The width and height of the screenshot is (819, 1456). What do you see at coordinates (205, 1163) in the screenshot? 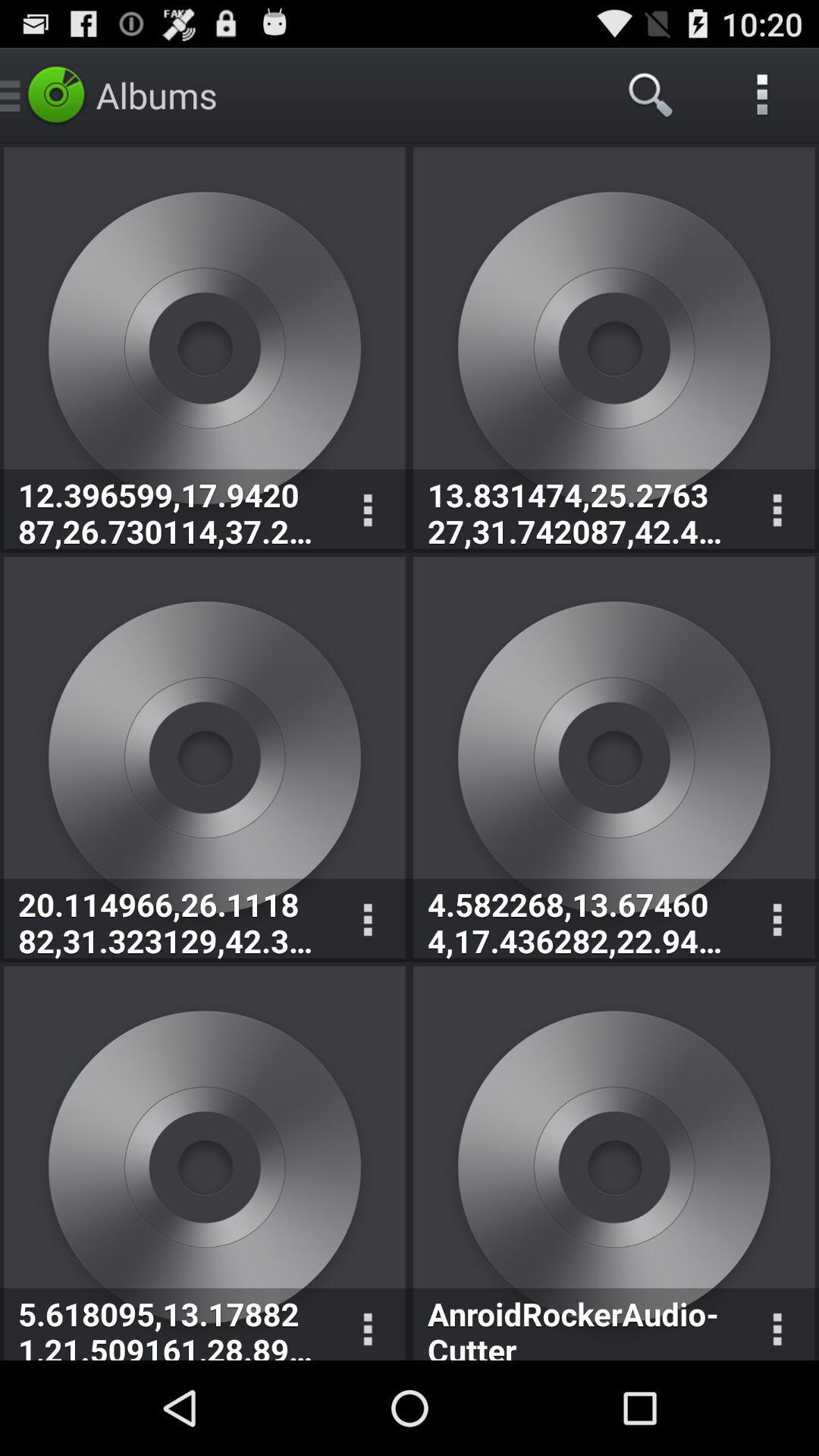
I see `the bottom left file option` at bounding box center [205, 1163].